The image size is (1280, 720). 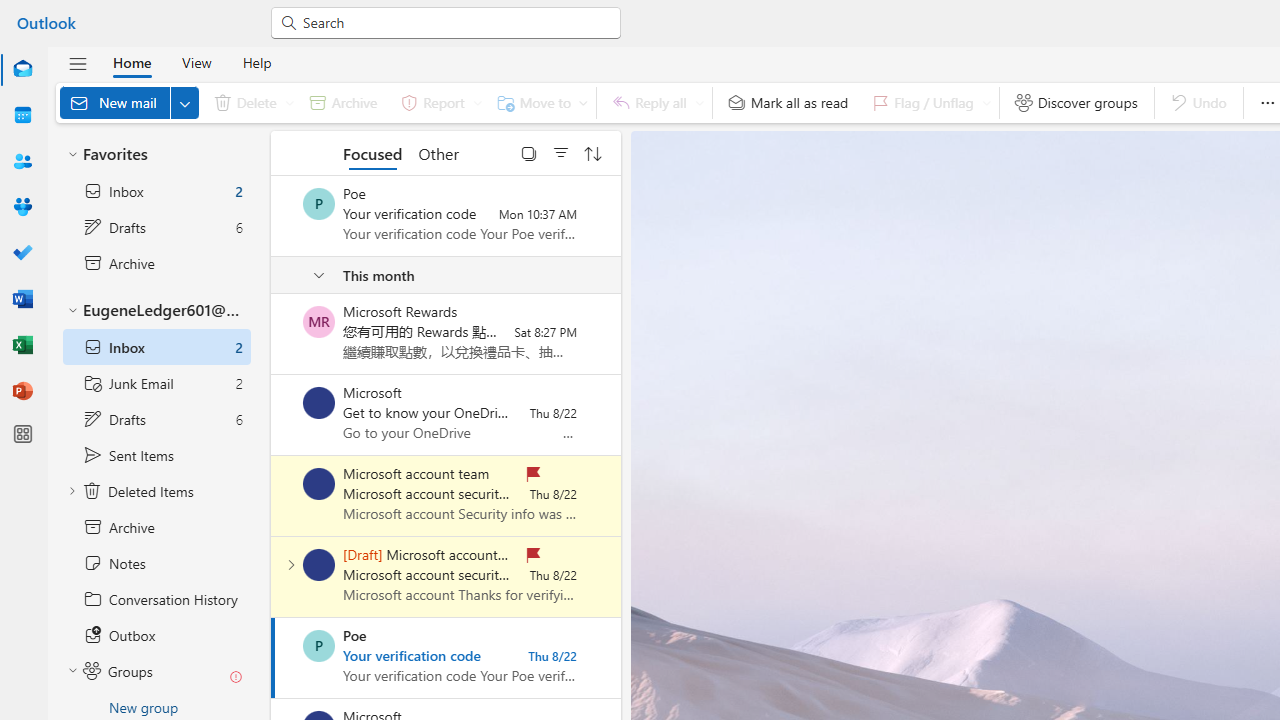 I want to click on 'Word', so click(x=23, y=298).